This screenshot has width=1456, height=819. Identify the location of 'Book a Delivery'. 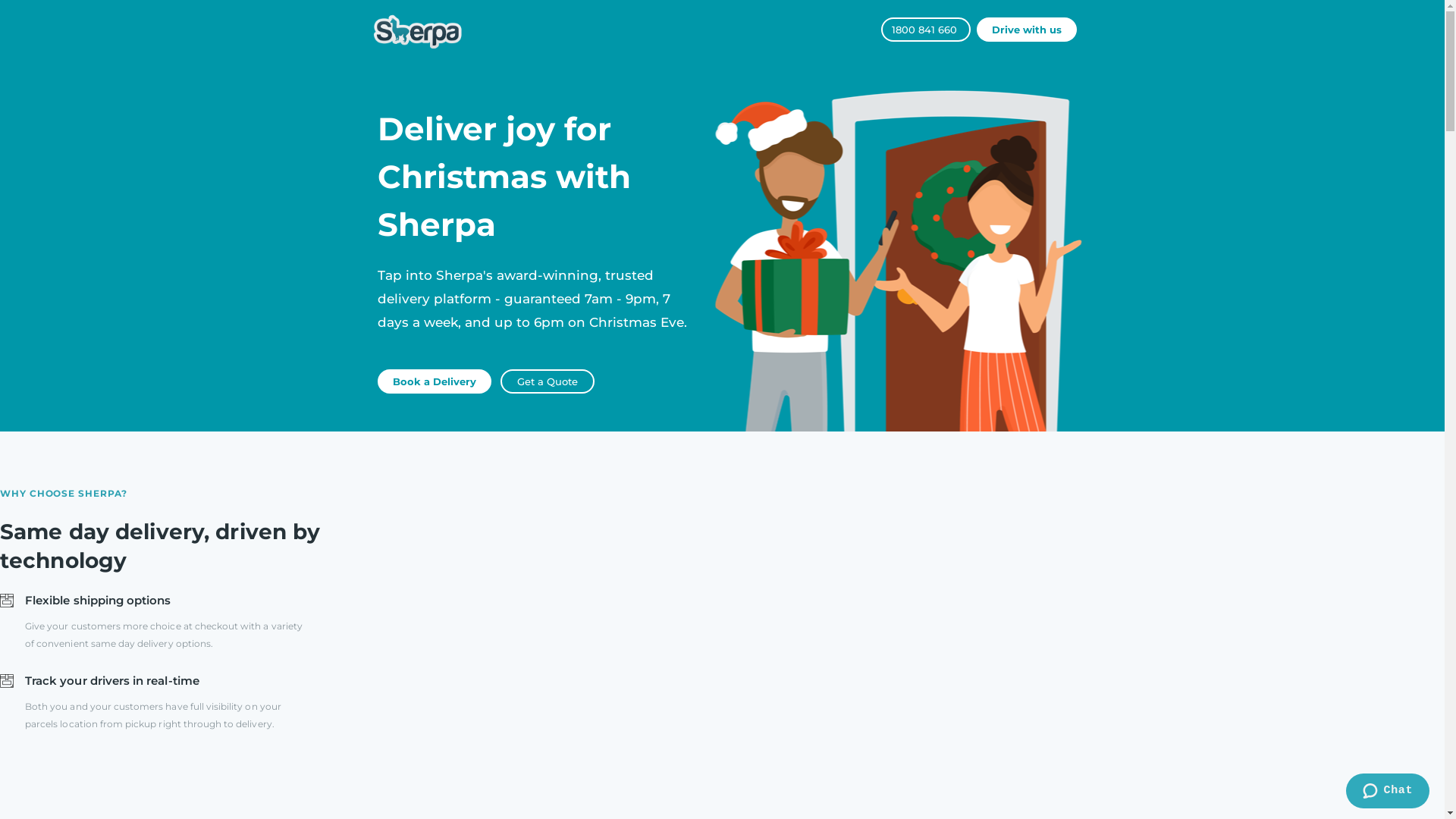
(433, 380).